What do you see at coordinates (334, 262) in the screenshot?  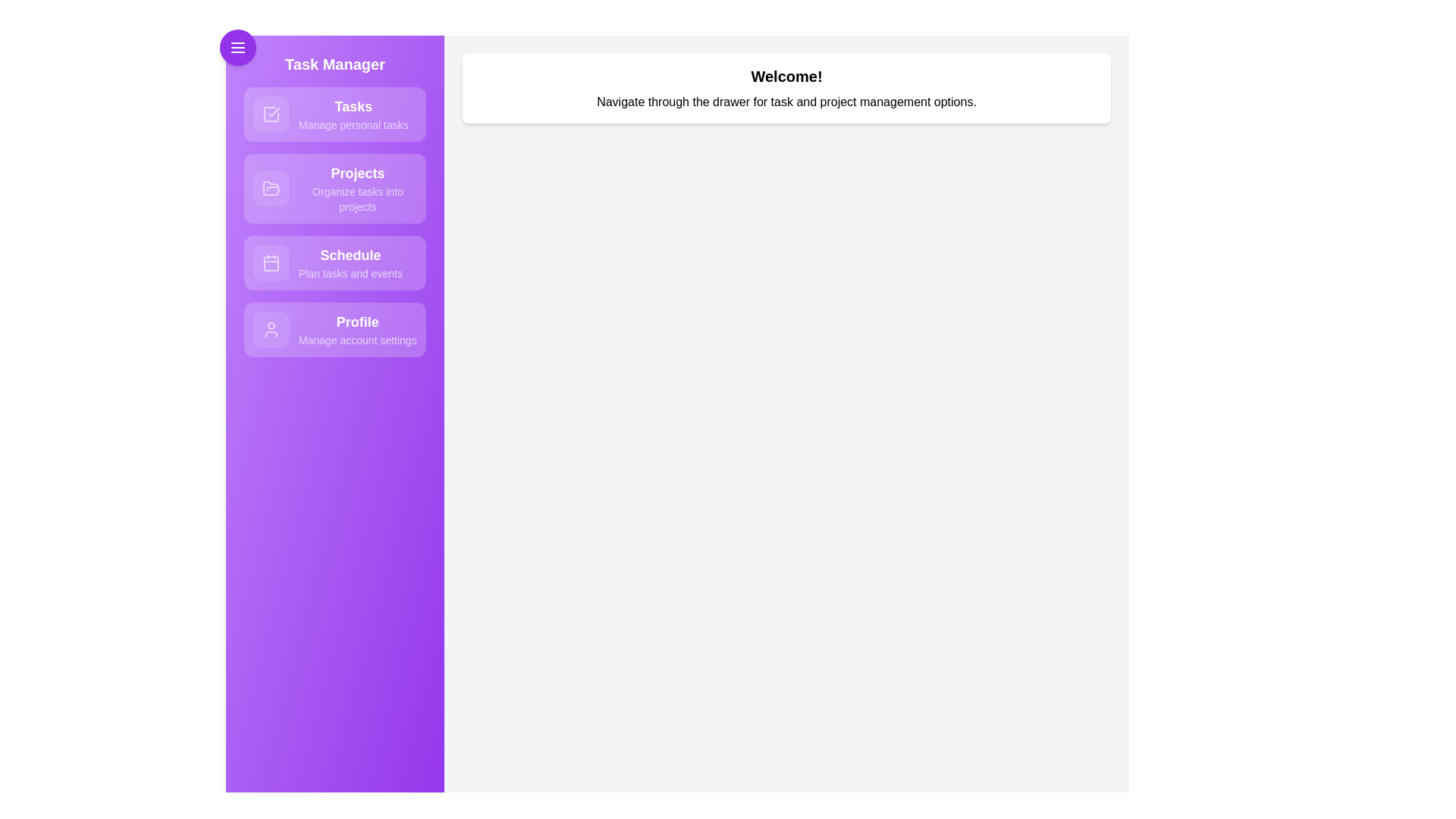 I see `the navigation item labeled 'Schedule' to observe its hover effect` at bounding box center [334, 262].